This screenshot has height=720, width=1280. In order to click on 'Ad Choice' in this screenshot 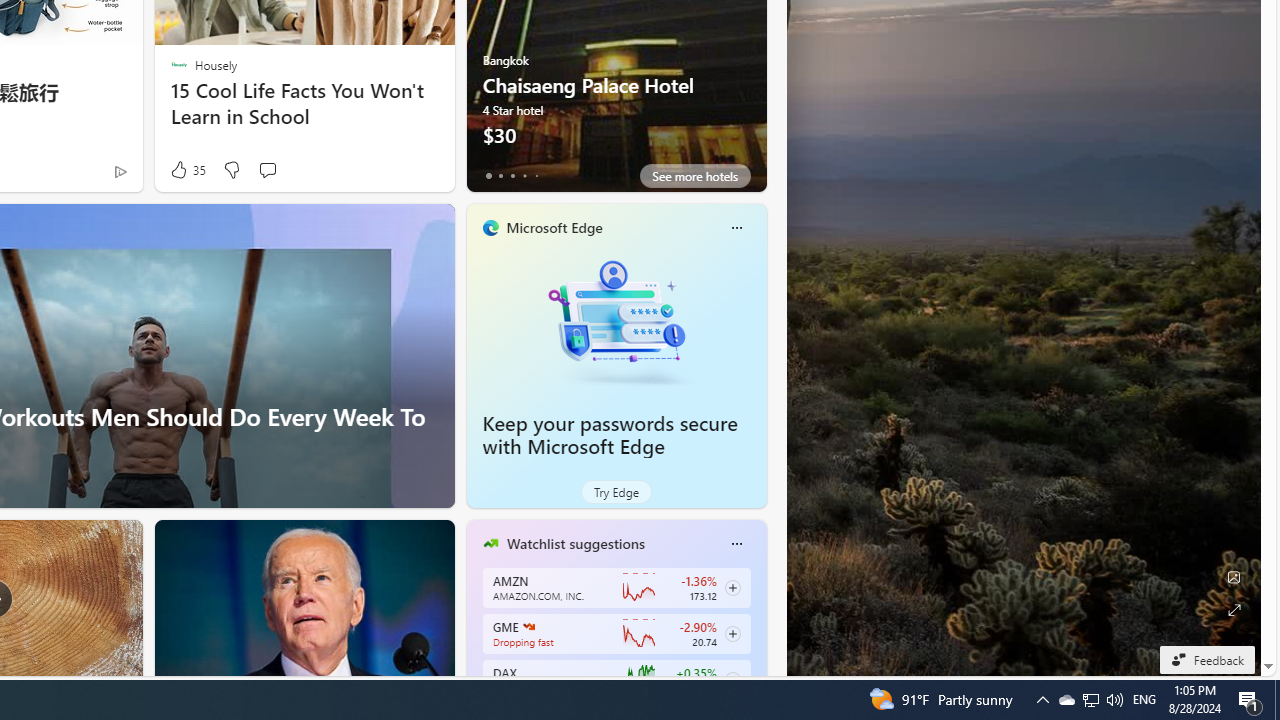, I will do `click(119, 170)`.